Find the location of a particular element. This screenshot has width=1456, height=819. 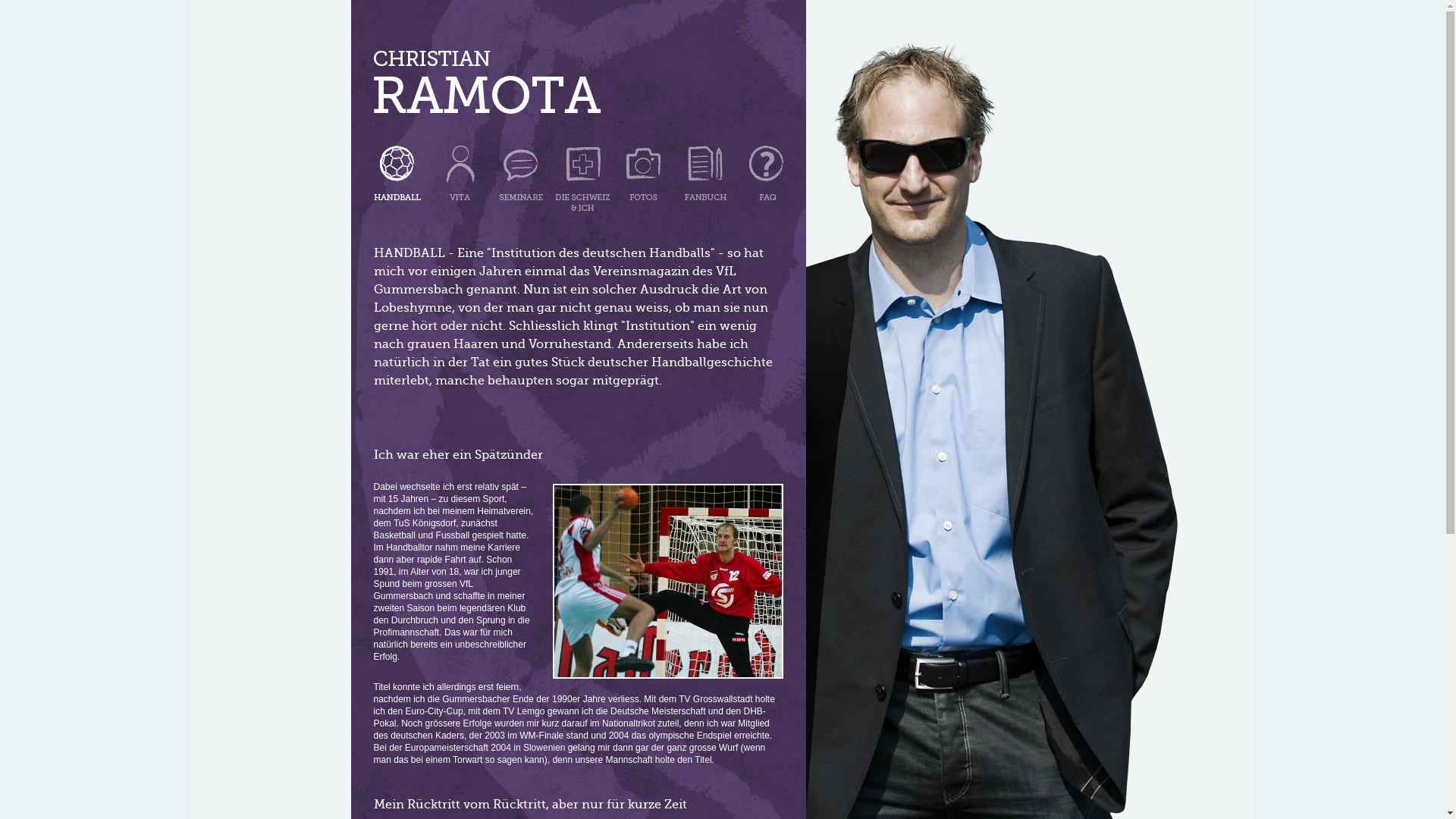

' ' is located at coordinates (490, 168).